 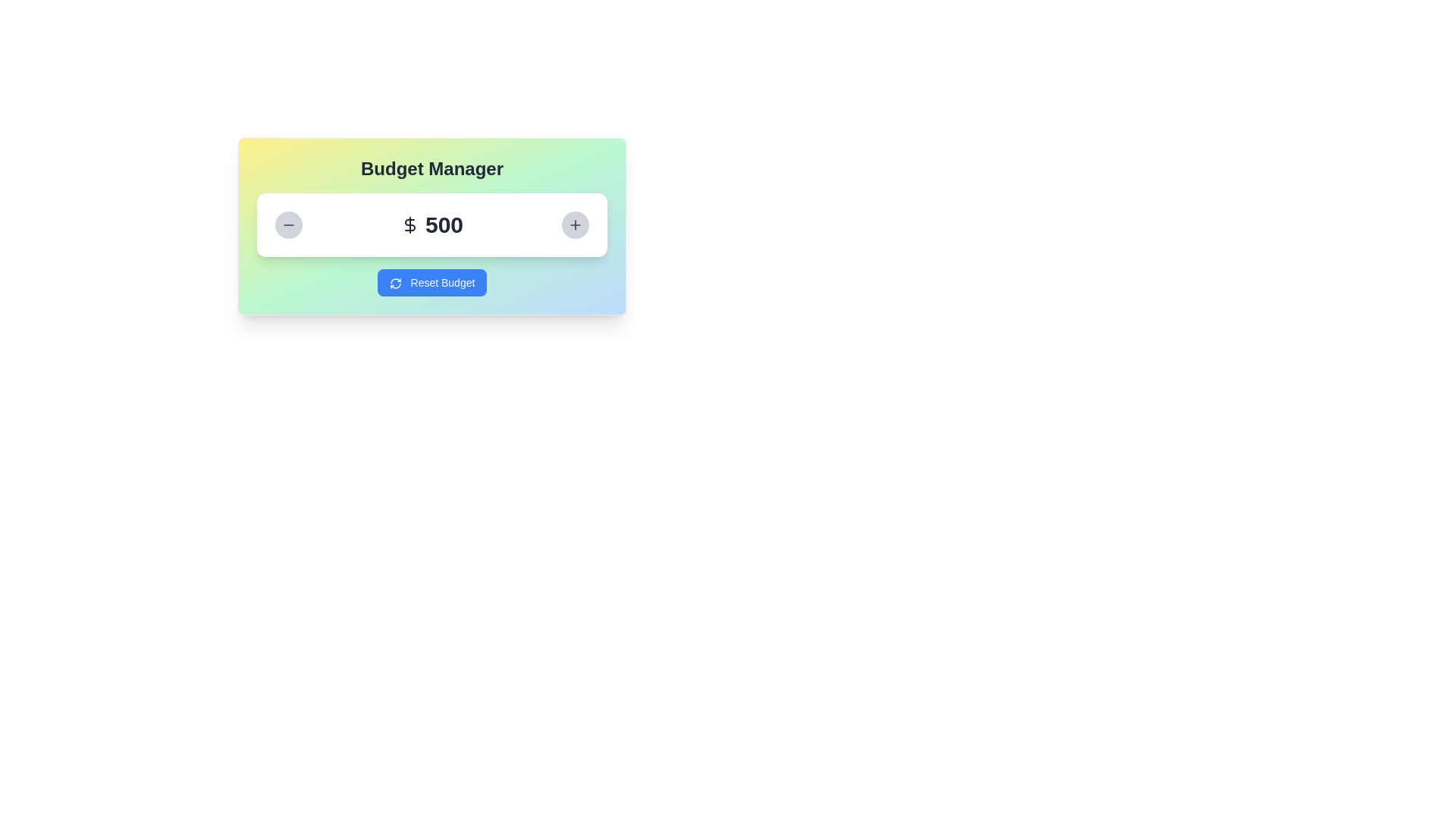 What do you see at coordinates (431, 169) in the screenshot?
I see `the heading text element that serves as the title for the 'Budget Manager' UI section, which is centrally aligned and positioned above other elements` at bounding box center [431, 169].